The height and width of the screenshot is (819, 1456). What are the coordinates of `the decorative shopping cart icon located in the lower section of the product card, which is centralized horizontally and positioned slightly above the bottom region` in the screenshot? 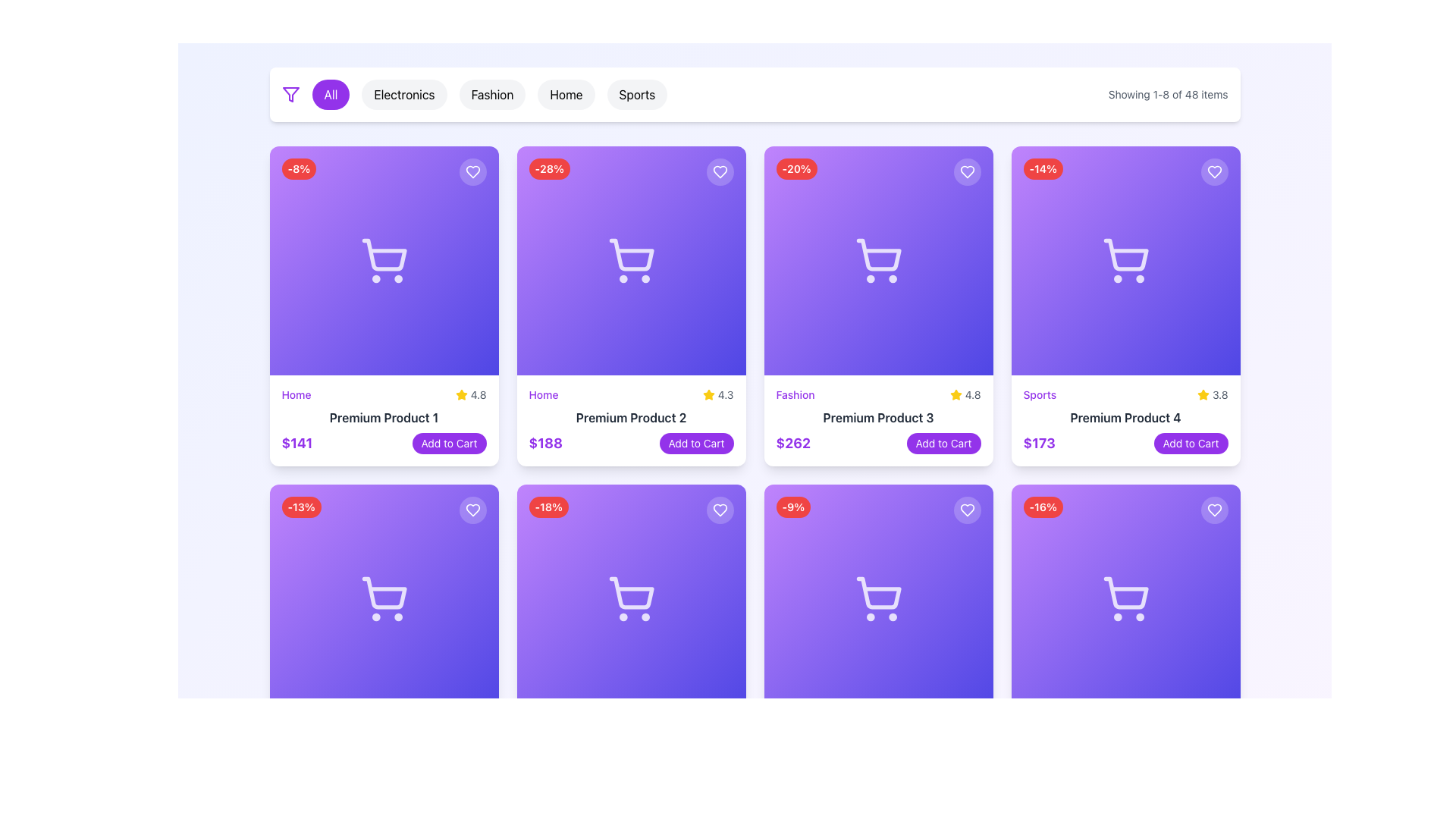 It's located at (878, 592).